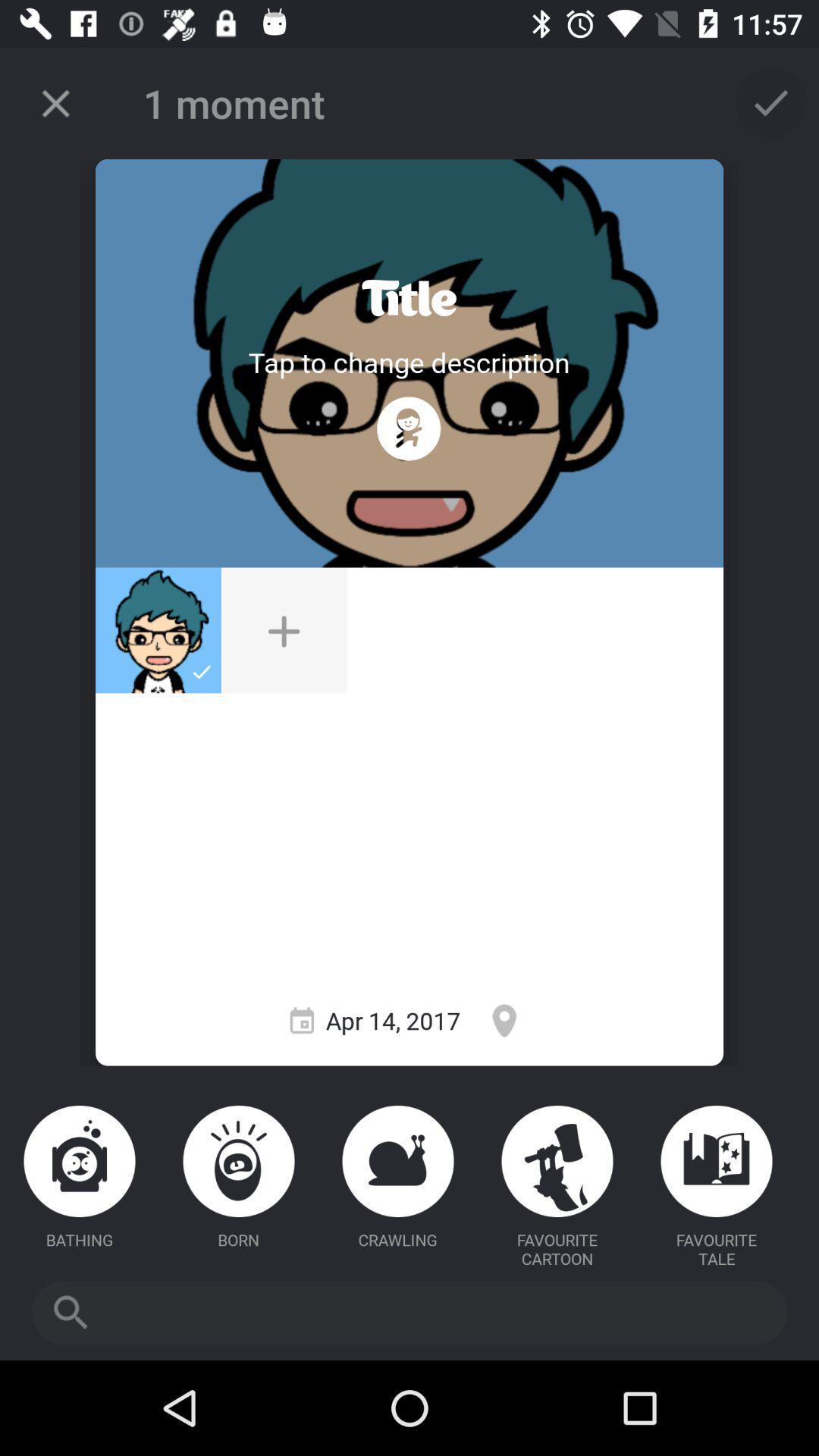  Describe the element at coordinates (771, 102) in the screenshot. I see `confirm` at that location.